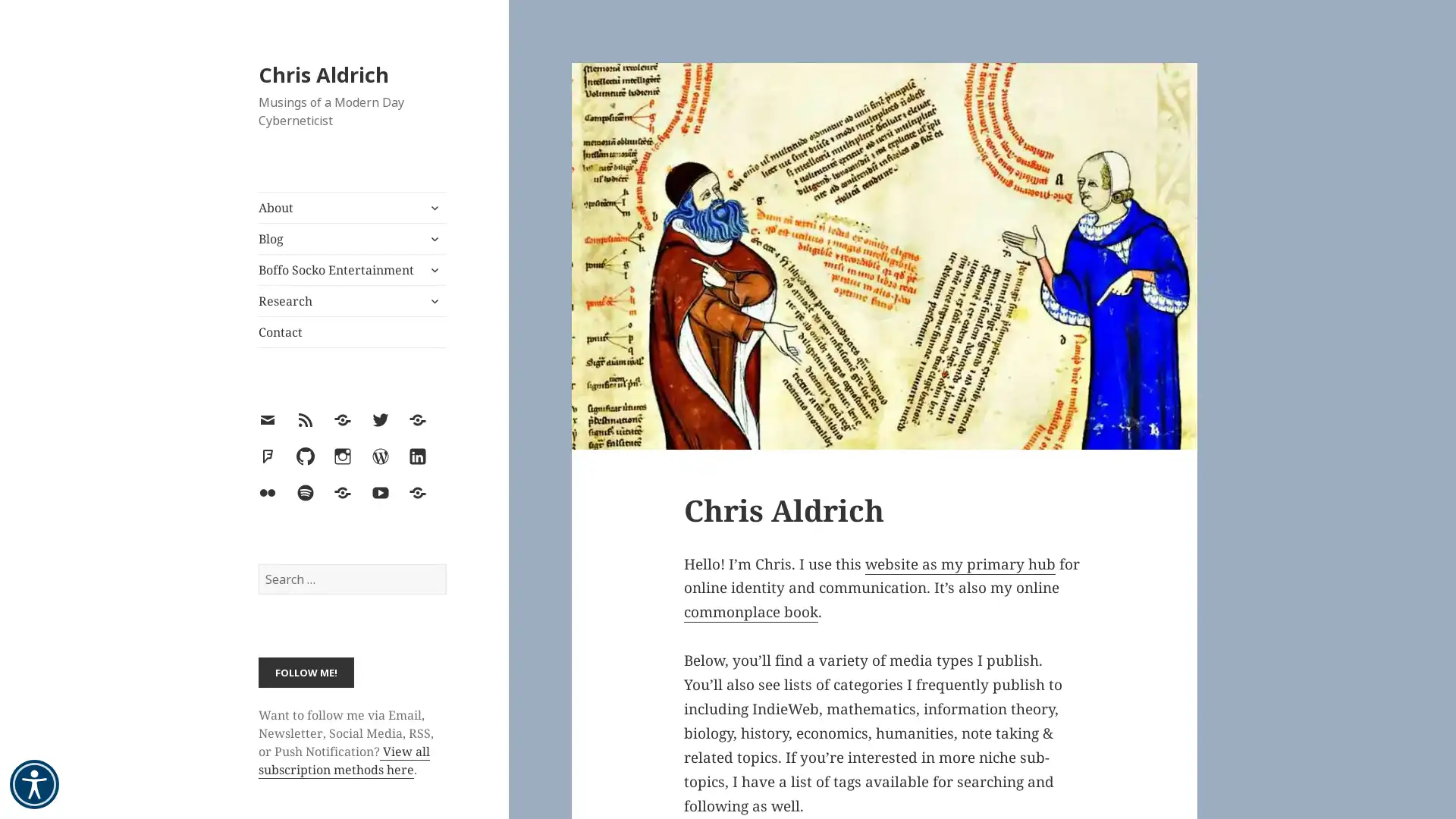 This screenshot has width=1456, height=819. Describe the element at coordinates (432, 268) in the screenshot. I see `expand child menu` at that location.